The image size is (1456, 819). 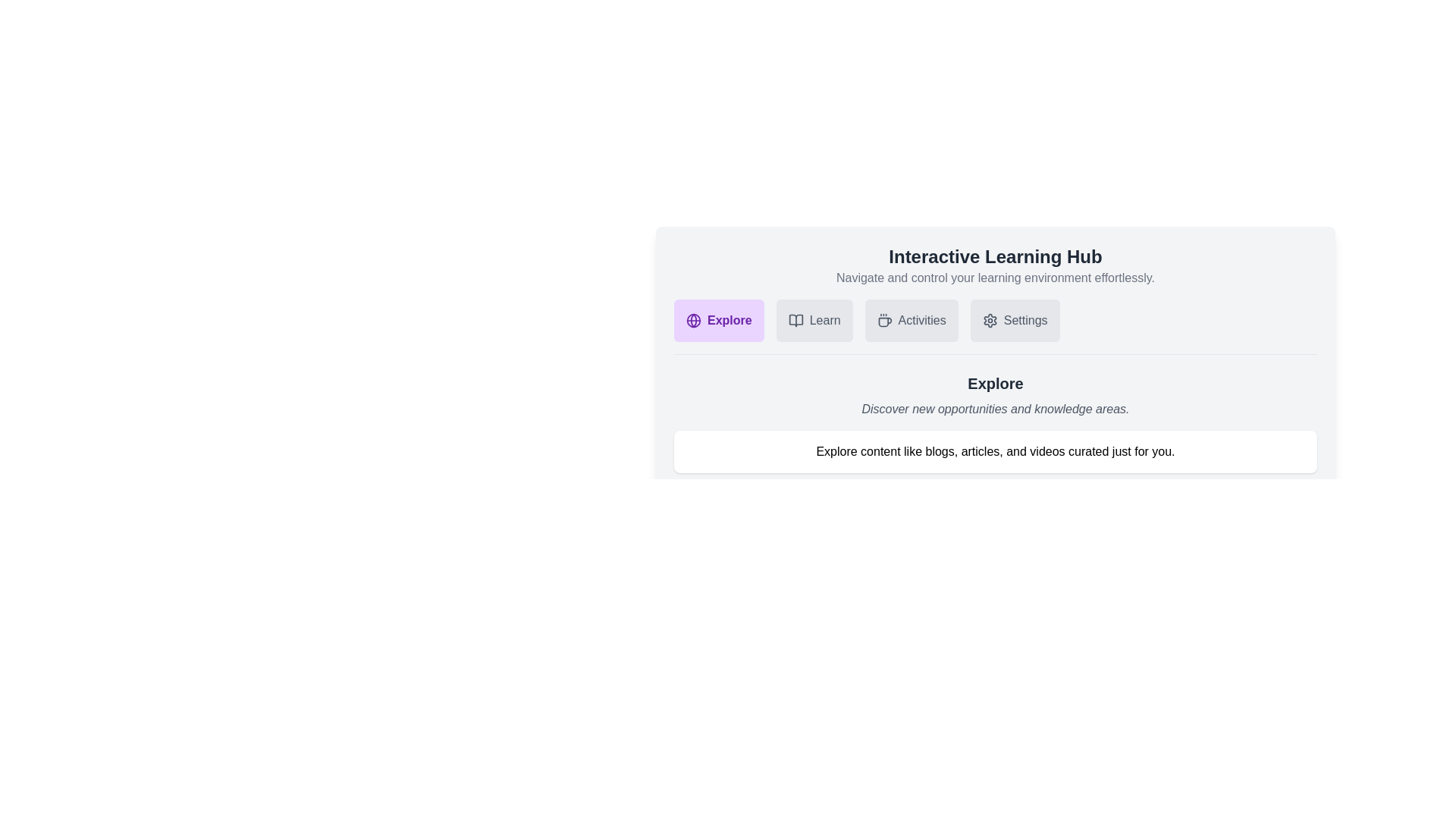 I want to click on the cogwheel-shaped settings icon located in the navigation header to the far right, next to 'Activities' and 'Learn', so click(x=990, y=320).